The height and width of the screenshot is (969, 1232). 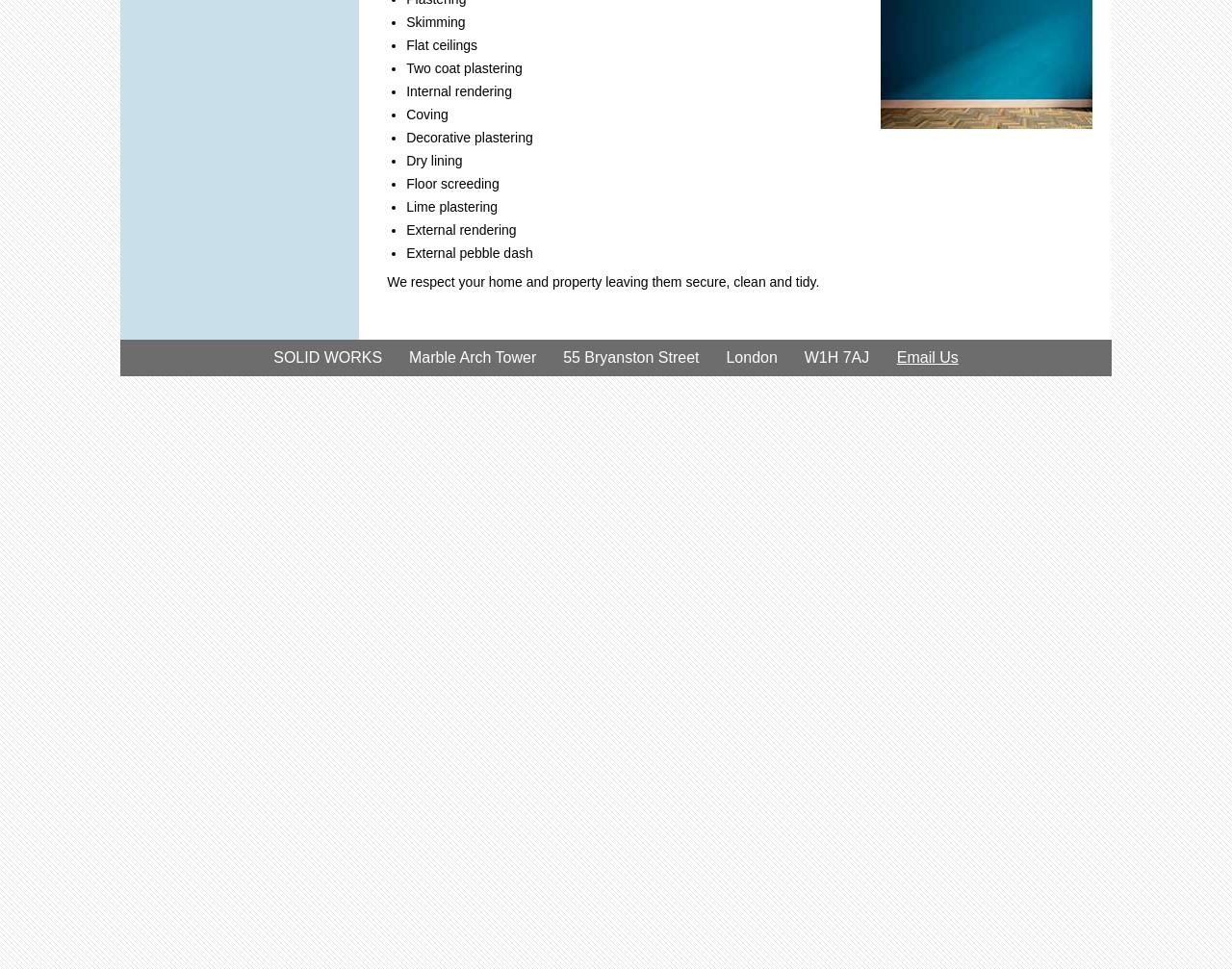 I want to click on 'Marble Arch Tower', so click(x=473, y=357).